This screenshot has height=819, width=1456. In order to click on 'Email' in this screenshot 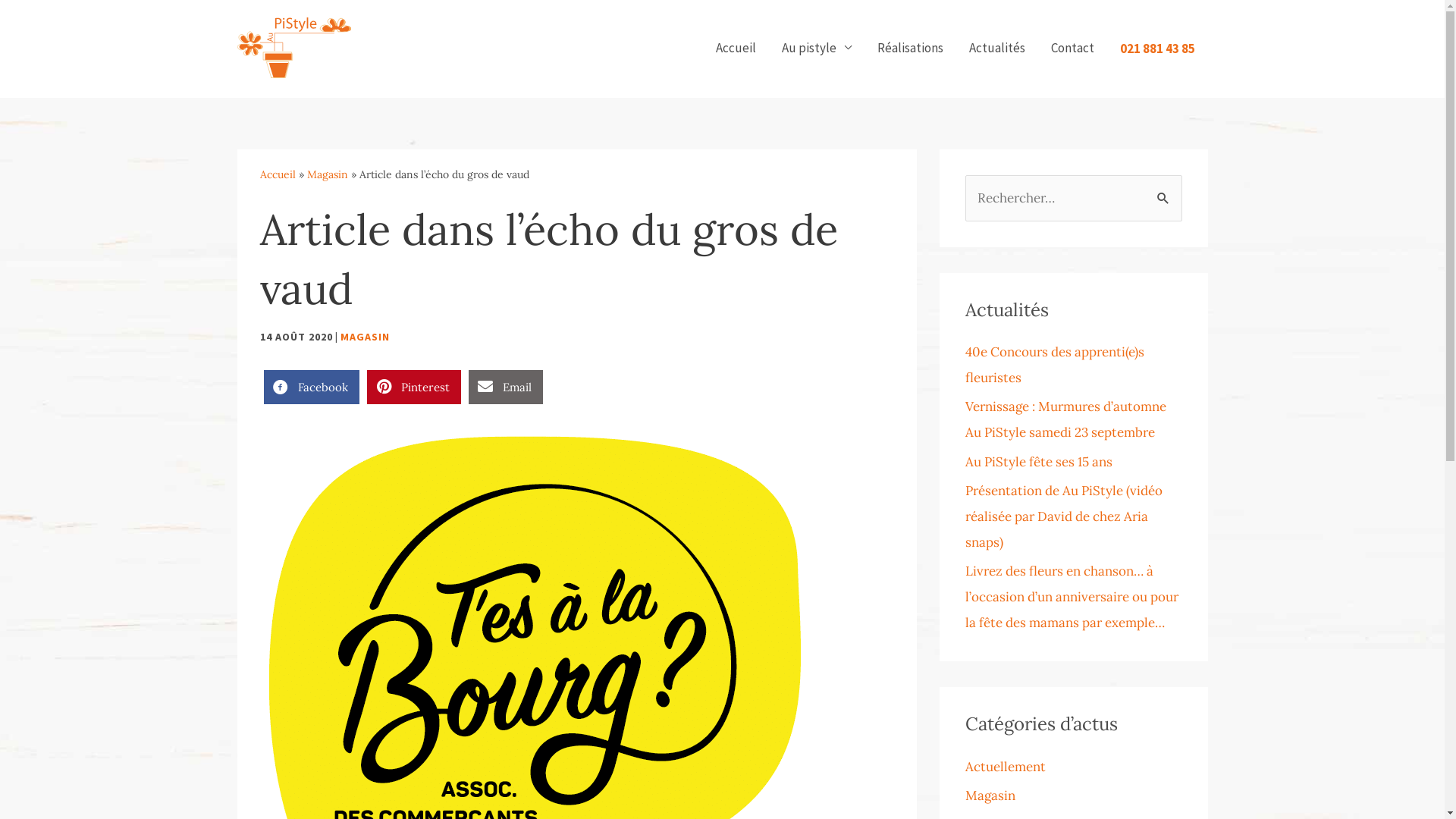, I will do `click(468, 386)`.